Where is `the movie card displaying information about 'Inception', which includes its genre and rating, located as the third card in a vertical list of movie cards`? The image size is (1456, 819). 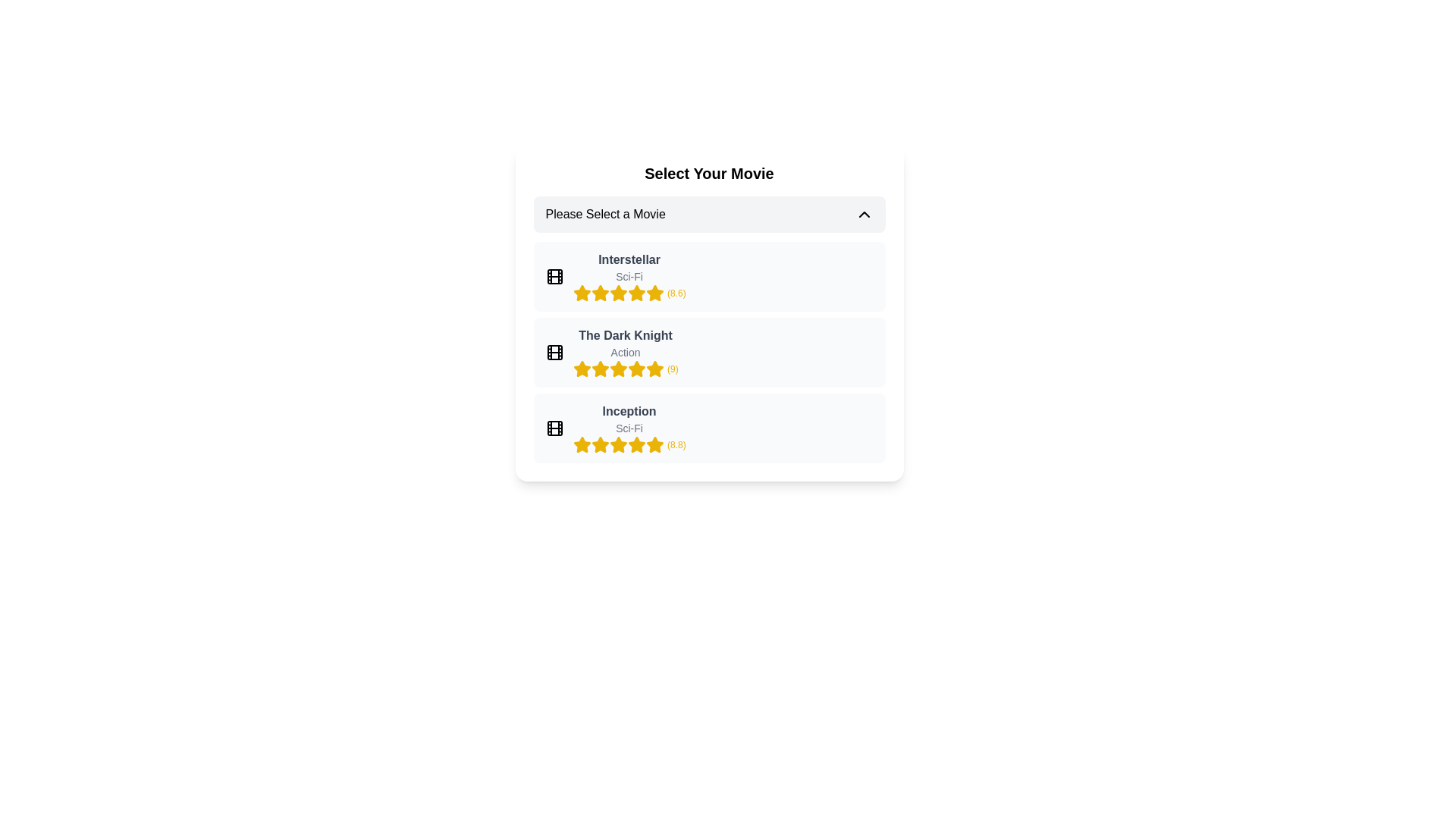
the movie card displaying information about 'Inception', which includes its genre and rating, located as the third card in a vertical list of movie cards is located at coordinates (708, 428).